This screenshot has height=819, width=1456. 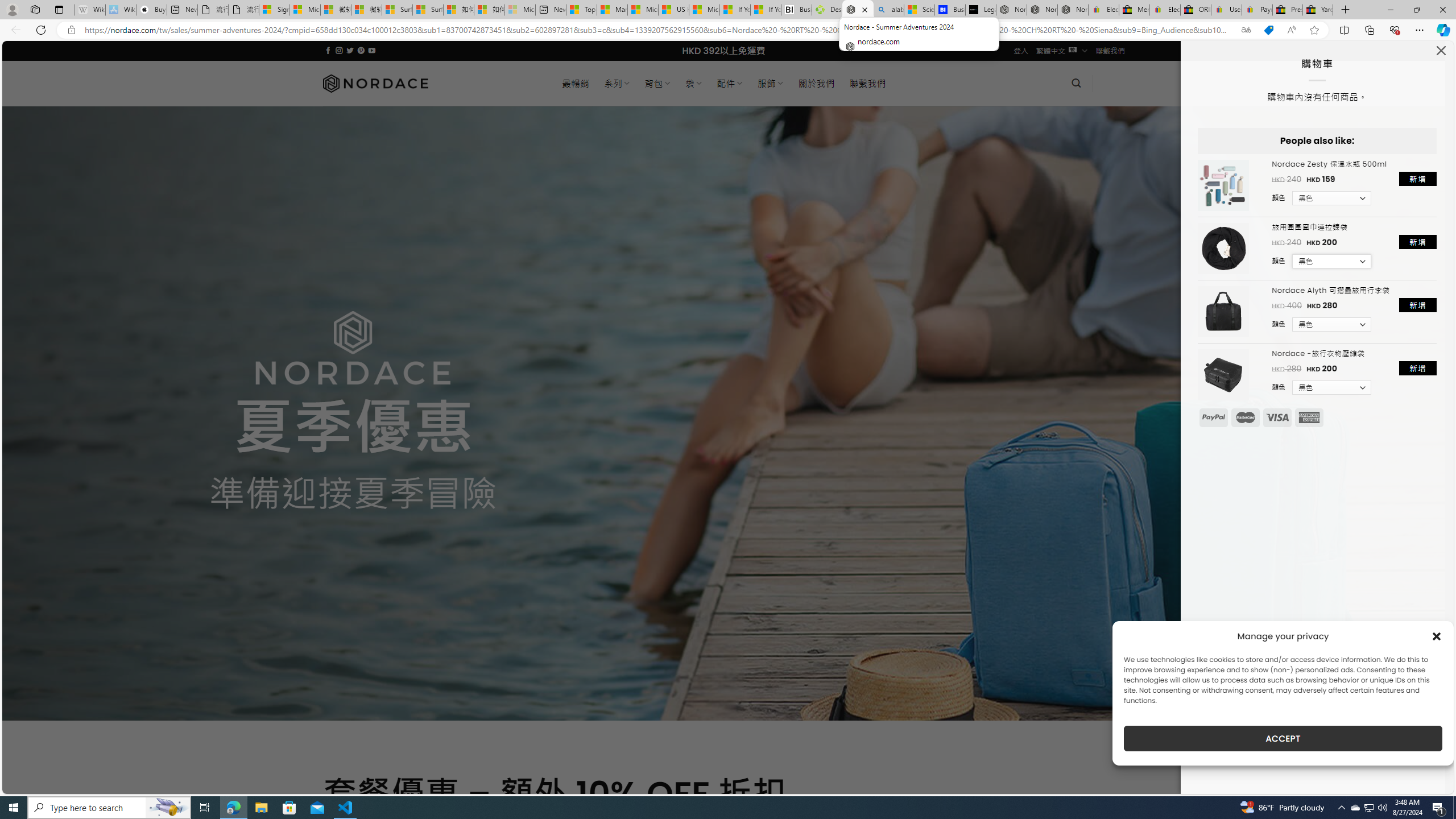 What do you see at coordinates (1246, 30) in the screenshot?
I see `'Show translate options'` at bounding box center [1246, 30].